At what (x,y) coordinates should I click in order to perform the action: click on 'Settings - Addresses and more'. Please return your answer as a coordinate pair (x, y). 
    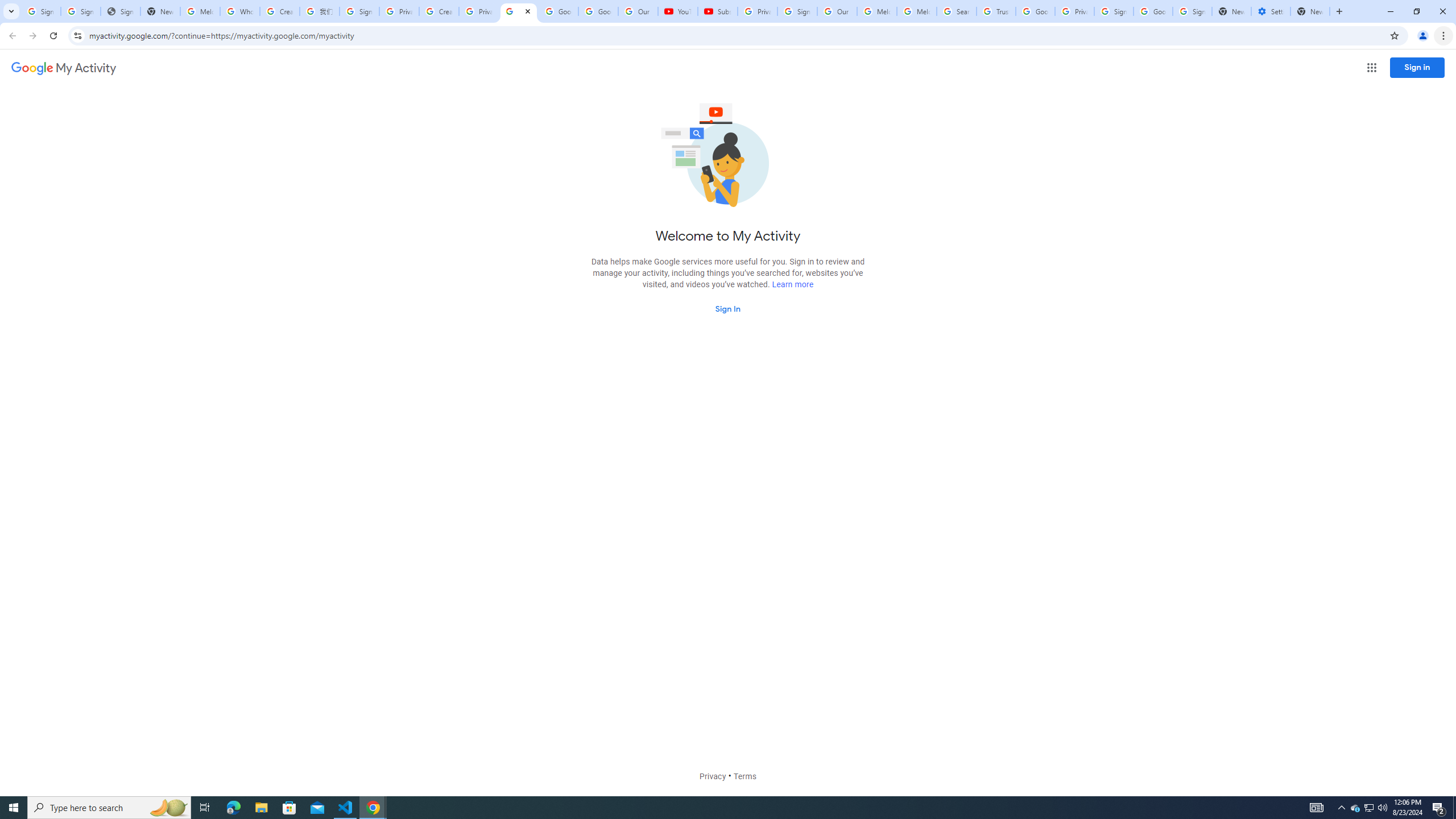
    Looking at the image, I should click on (1270, 11).